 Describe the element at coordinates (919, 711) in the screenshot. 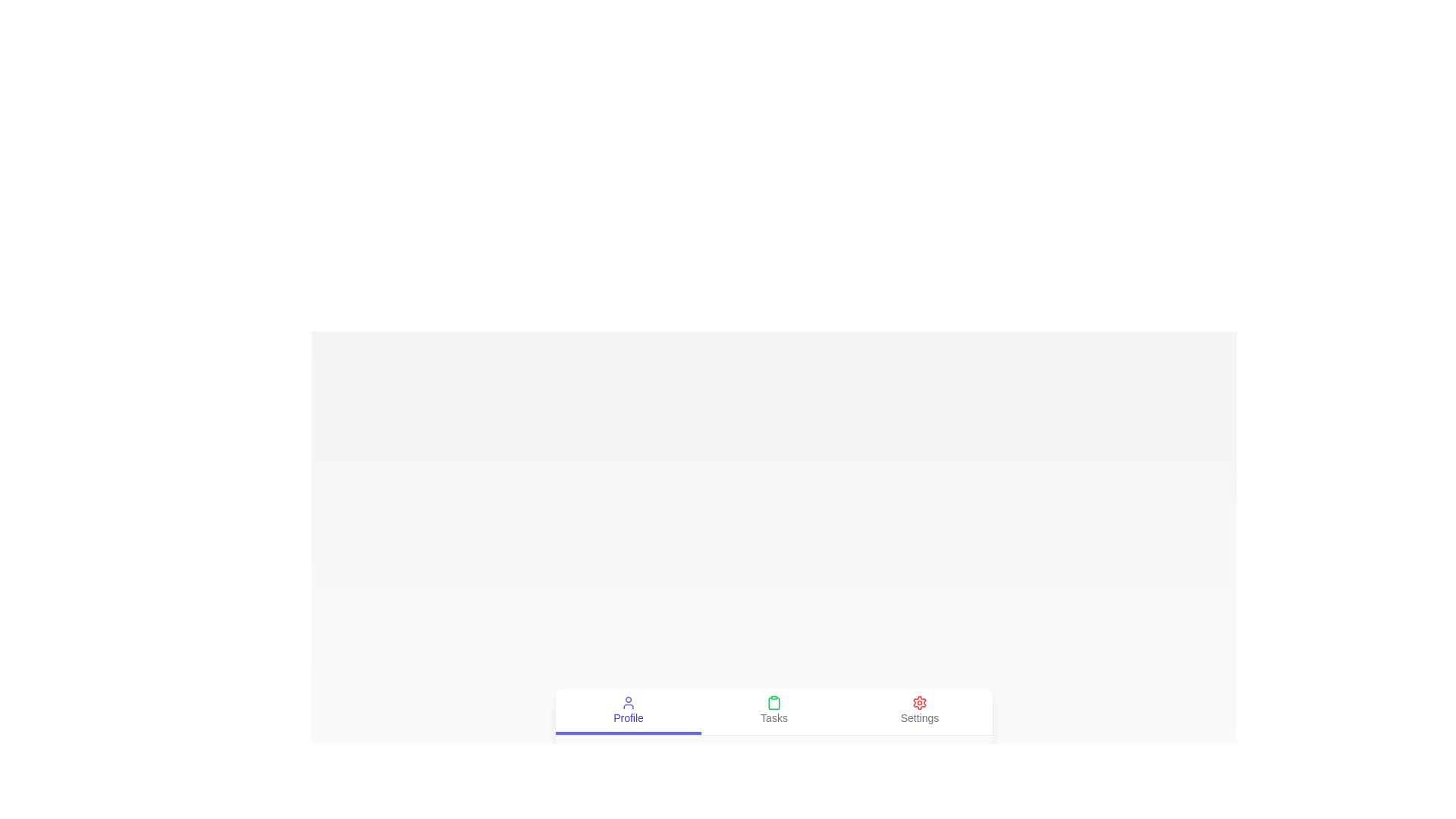

I see `the tab labeled Settings by clicking on it` at that location.